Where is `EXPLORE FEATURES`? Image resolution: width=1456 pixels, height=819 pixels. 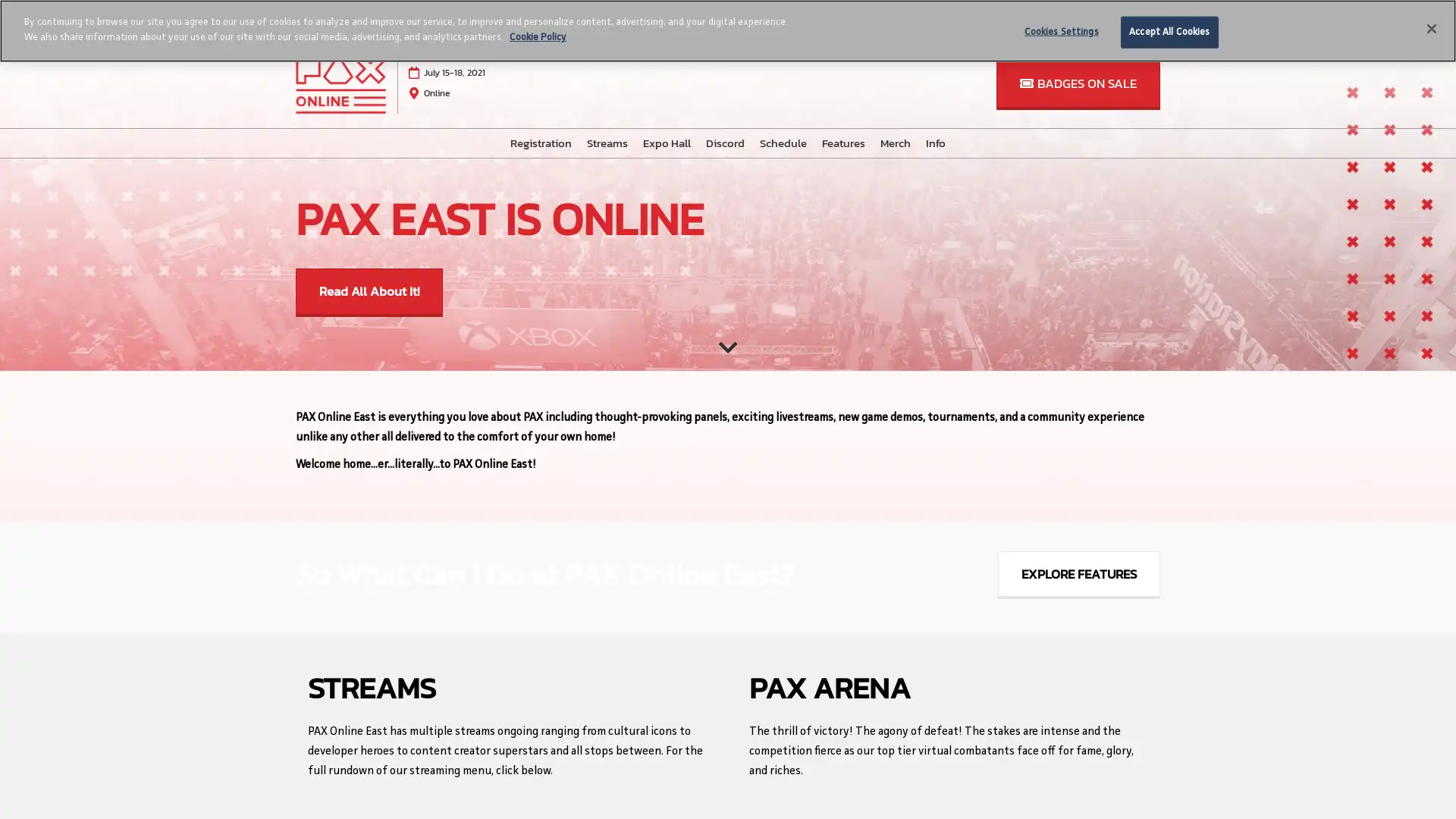
EXPLORE FEATURES is located at coordinates (1078, 575).